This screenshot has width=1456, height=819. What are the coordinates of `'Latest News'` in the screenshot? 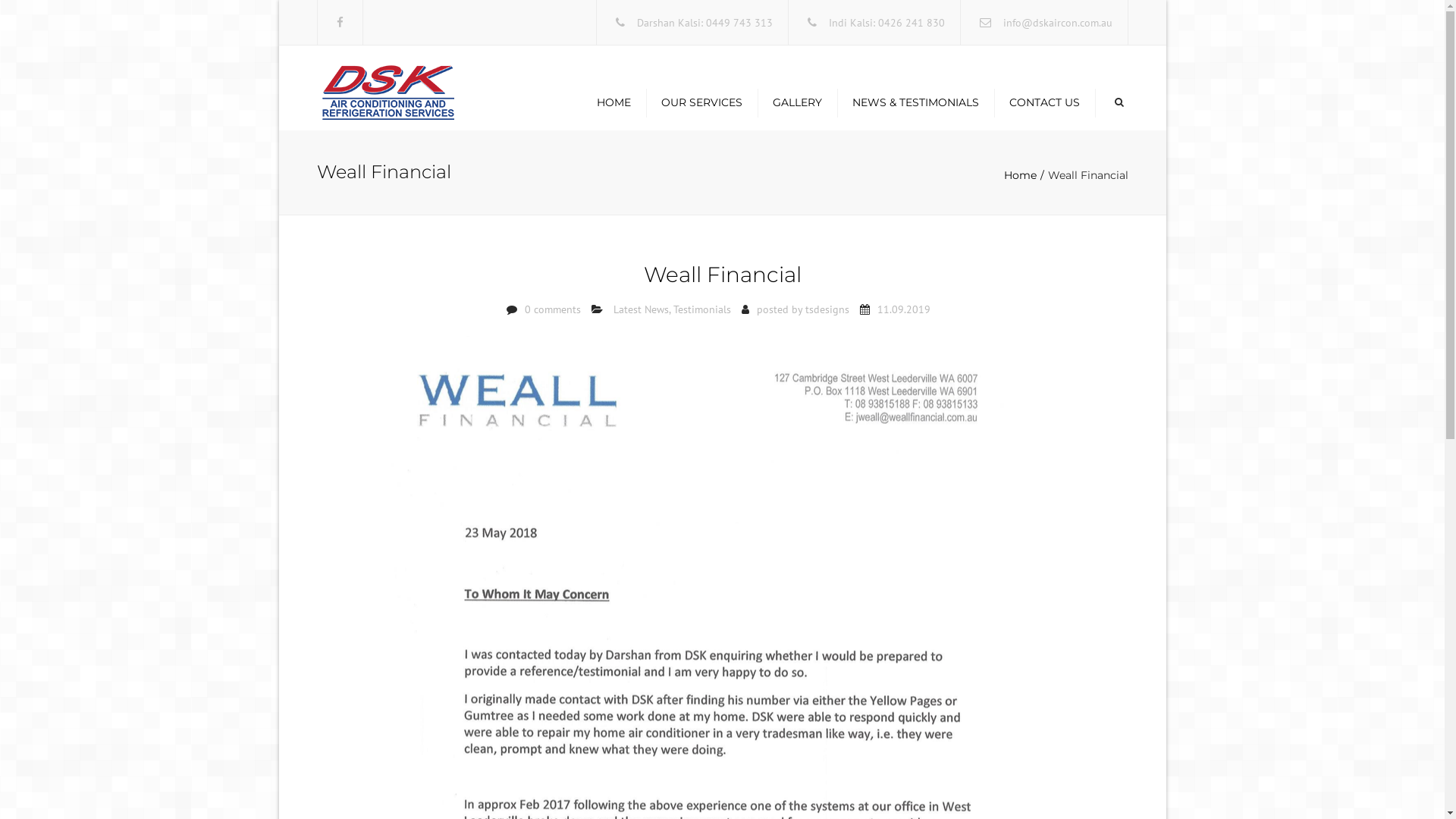 It's located at (641, 309).